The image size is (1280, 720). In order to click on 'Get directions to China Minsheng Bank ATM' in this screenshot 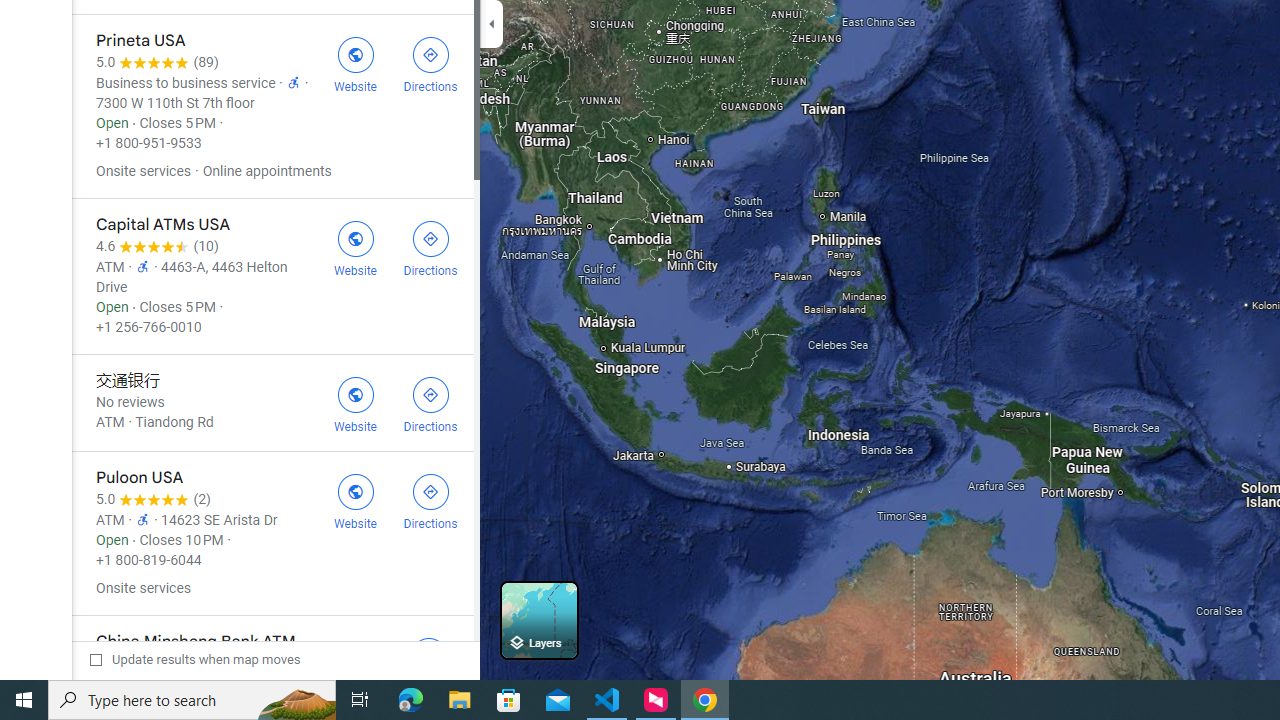, I will do `click(428, 664)`.